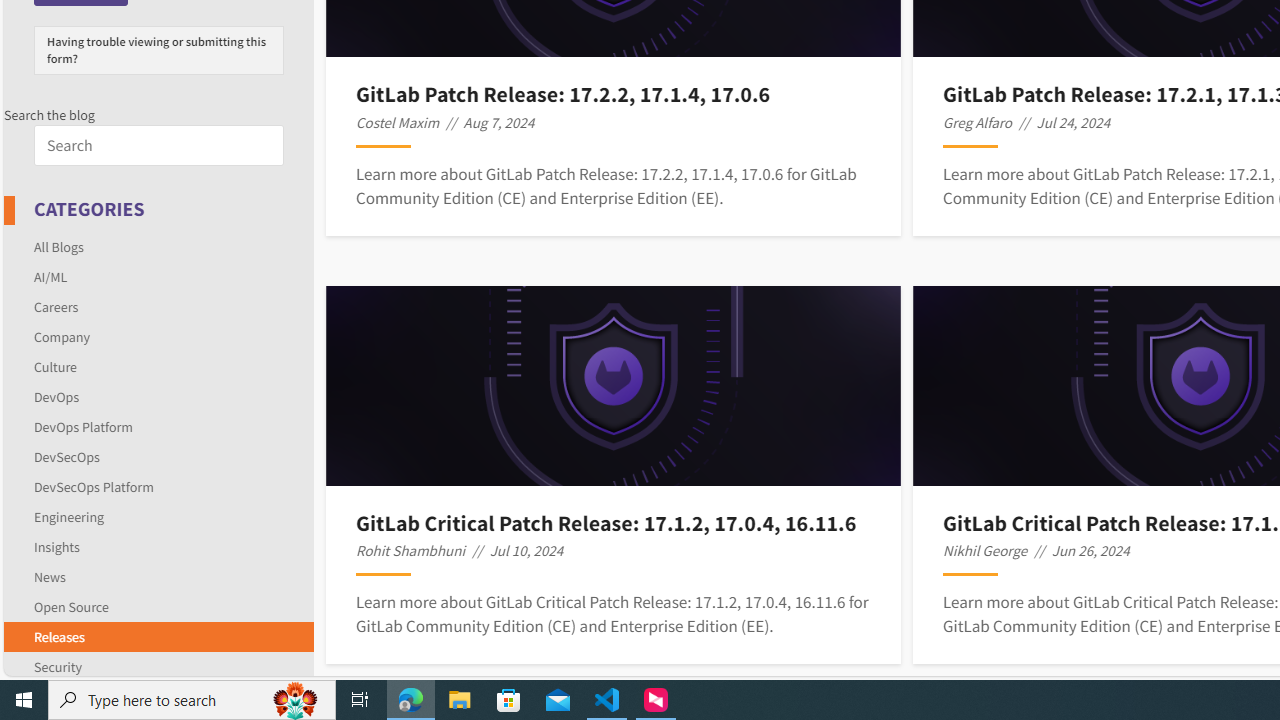 This screenshot has width=1280, height=720. Describe the element at coordinates (82, 425) in the screenshot. I see `'DevOps Platform'` at that location.